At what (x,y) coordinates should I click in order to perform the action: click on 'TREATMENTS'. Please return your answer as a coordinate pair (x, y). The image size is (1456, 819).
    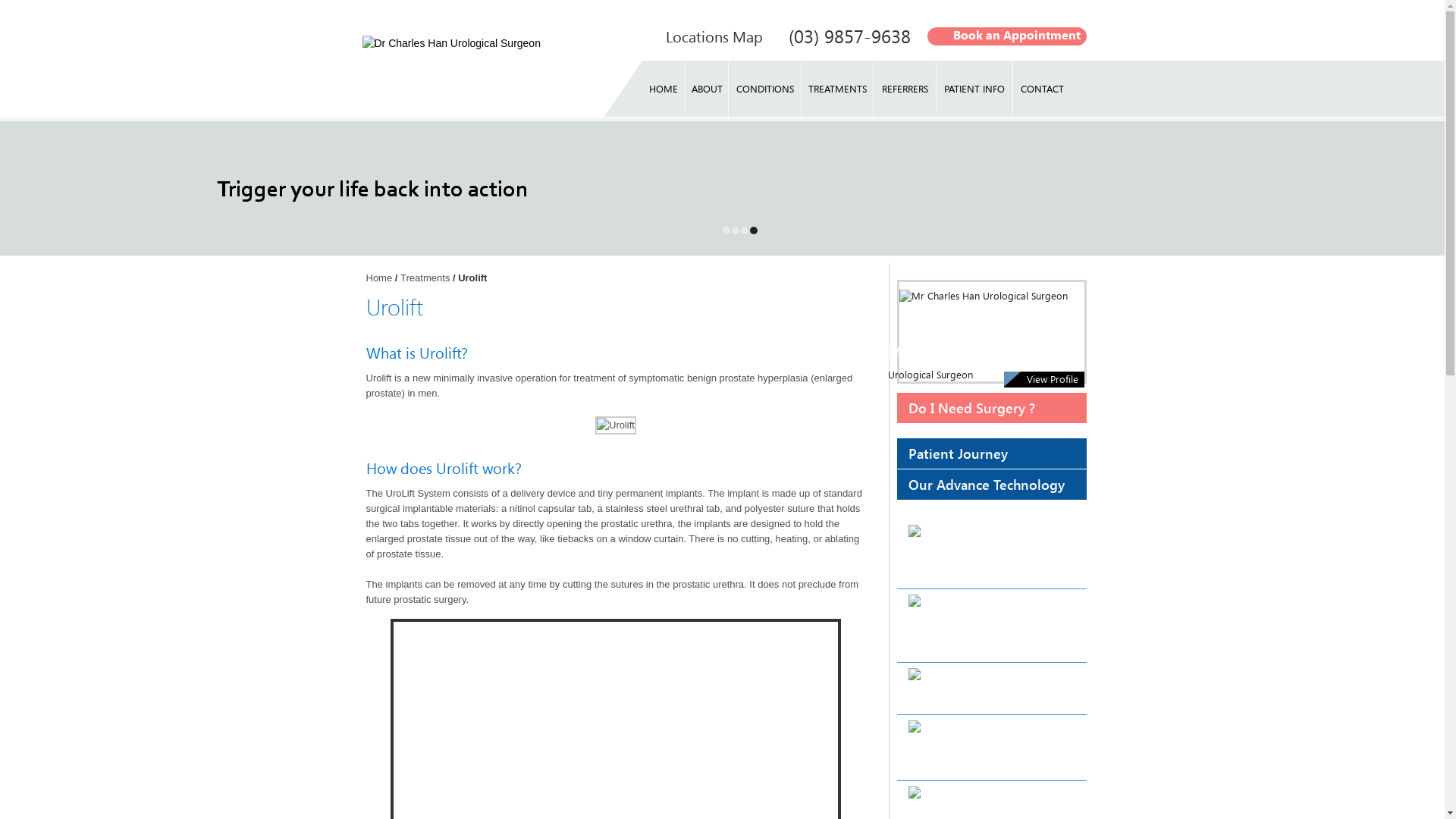
    Looking at the image, I should click on (836, 88).